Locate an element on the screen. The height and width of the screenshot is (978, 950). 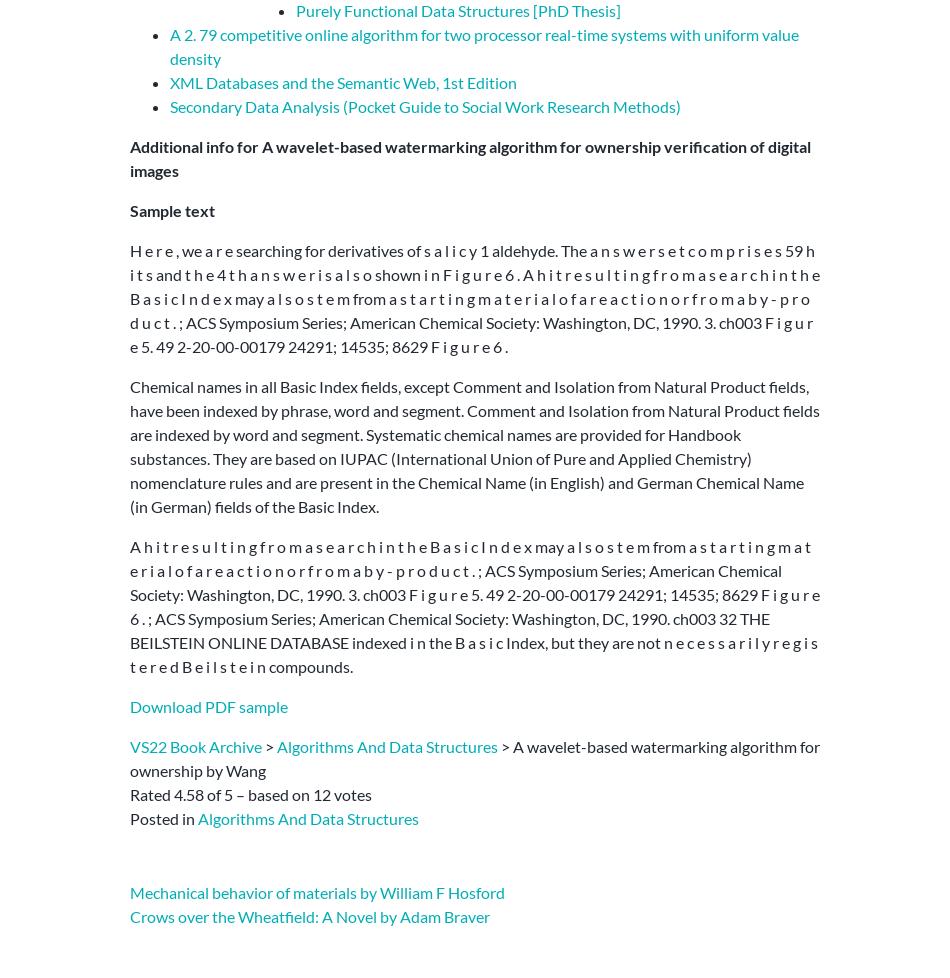
'4.58' is located at coordinates (188, 792).